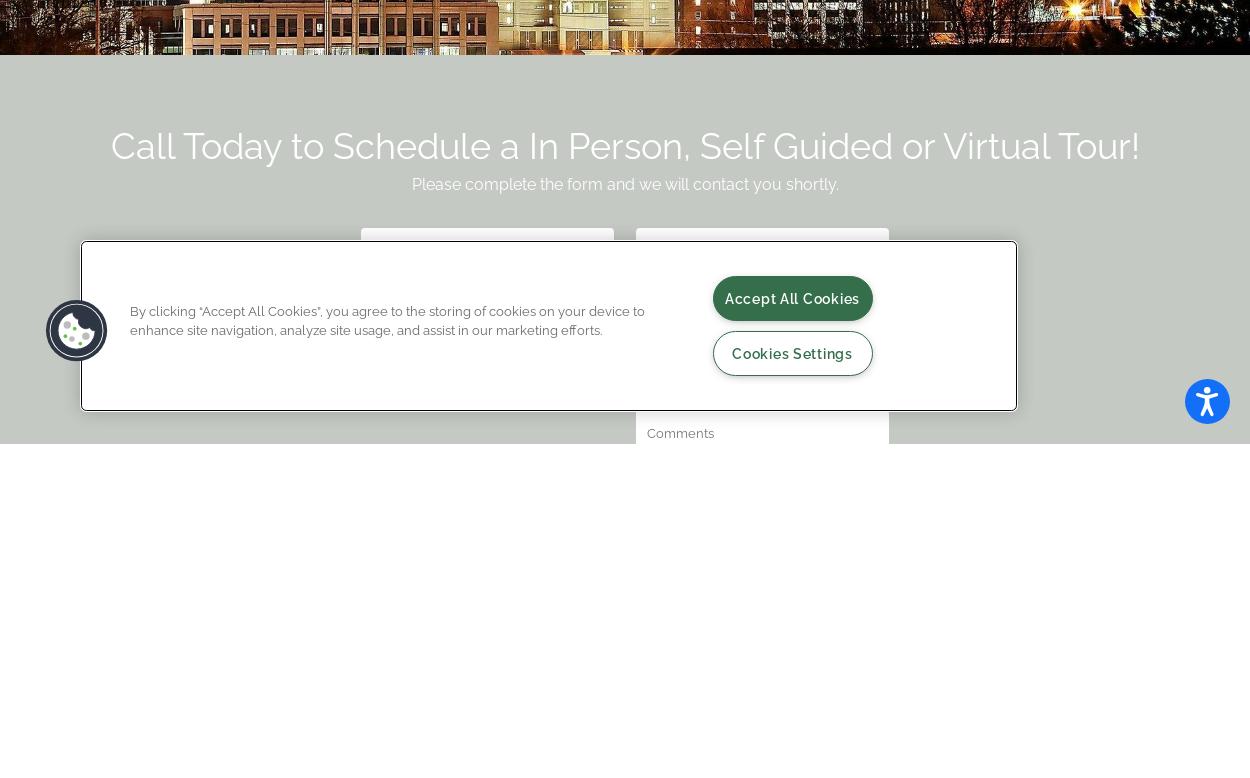 The image size is (1250, 778). I want to click on 'Please complete the form and we will contact you shortly.', so click(411, 184).